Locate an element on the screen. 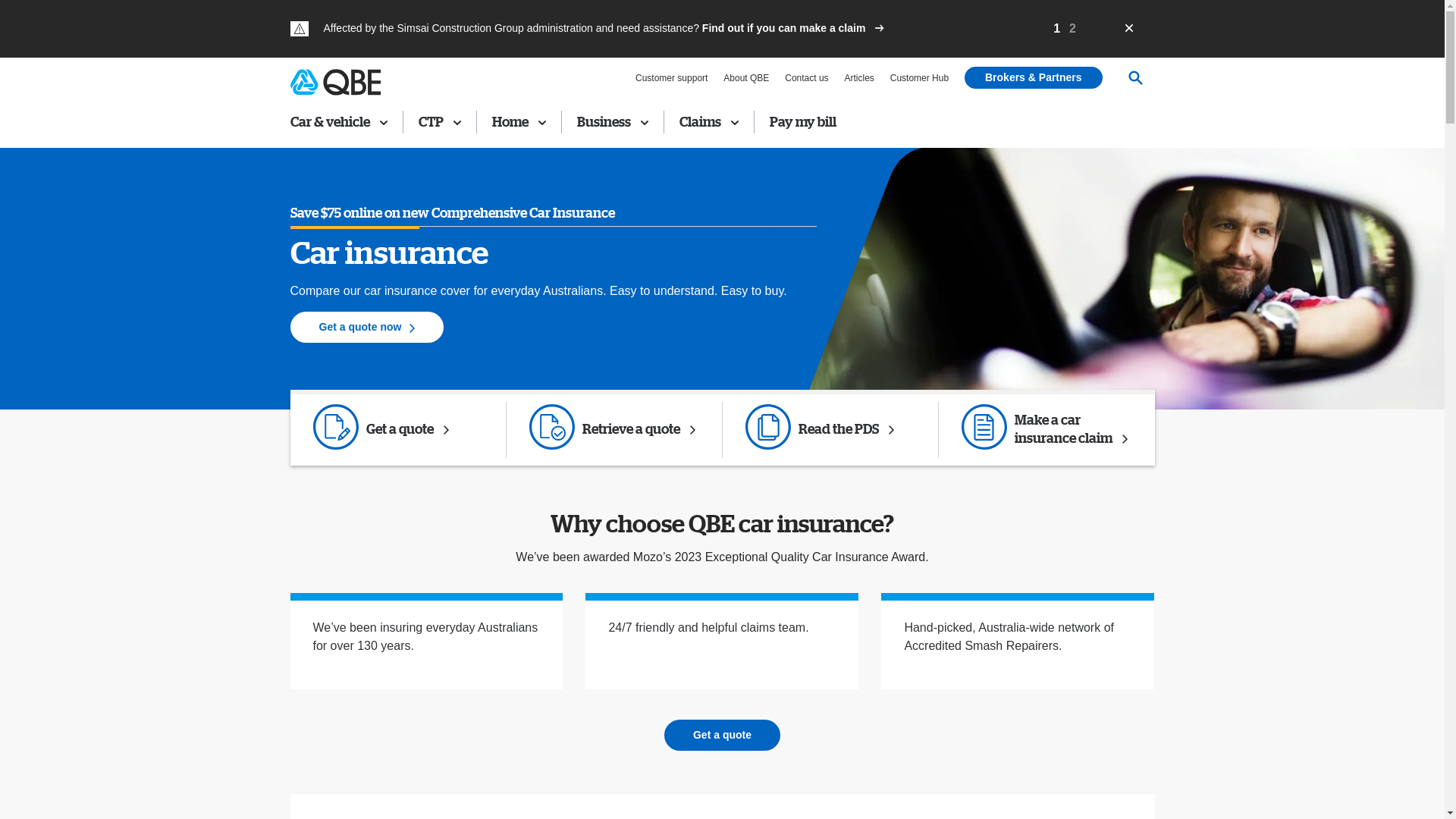 The height and width of the screenshot is (819, 1456). 'Forms Created with Sketch. is located at coordinates (835, 430).